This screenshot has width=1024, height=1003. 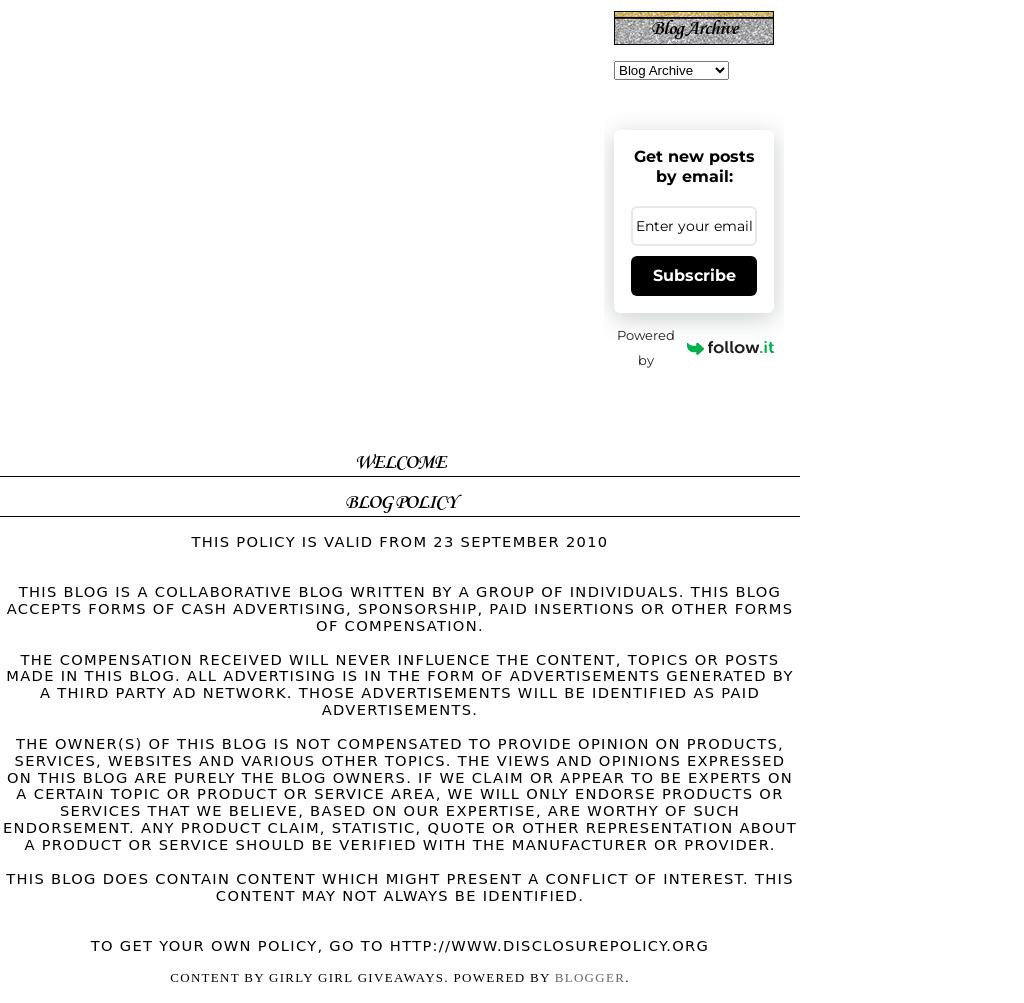 What do you see at coordinates (90, 944) in the screenshot?
I see `'To get your own policy, go to http://www.disclosurepolicy.org'` at bounding box center [90, 944].